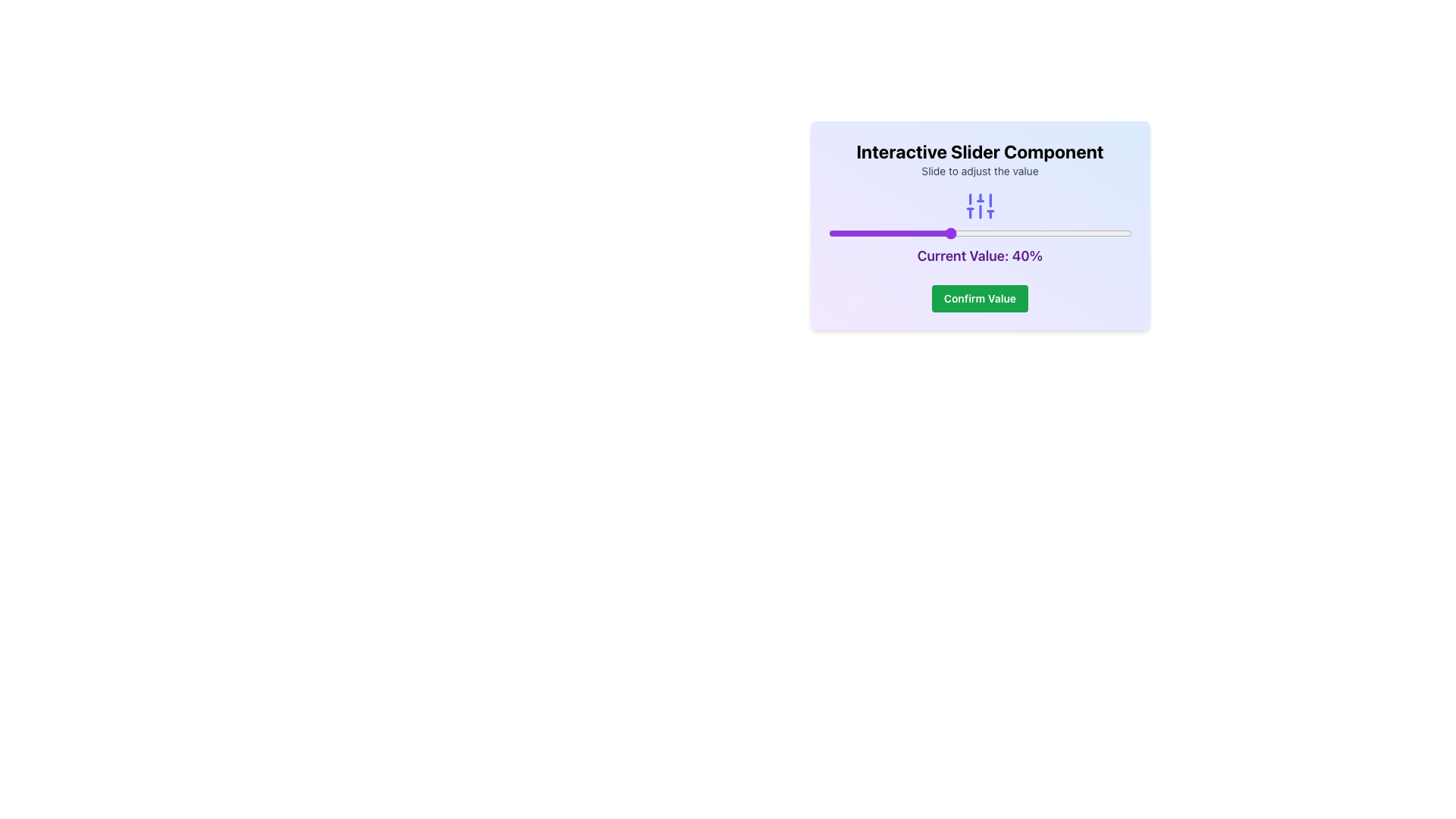 Image resolution: width=1456 pixels, height=819 pixels. Describe the element at coordinates (980, 228) in the screenshot. I see `displayed value from the text label that reads 'Current Value: 40%', which is styled with a purple font and located beneath a horizontal slider` at that location.